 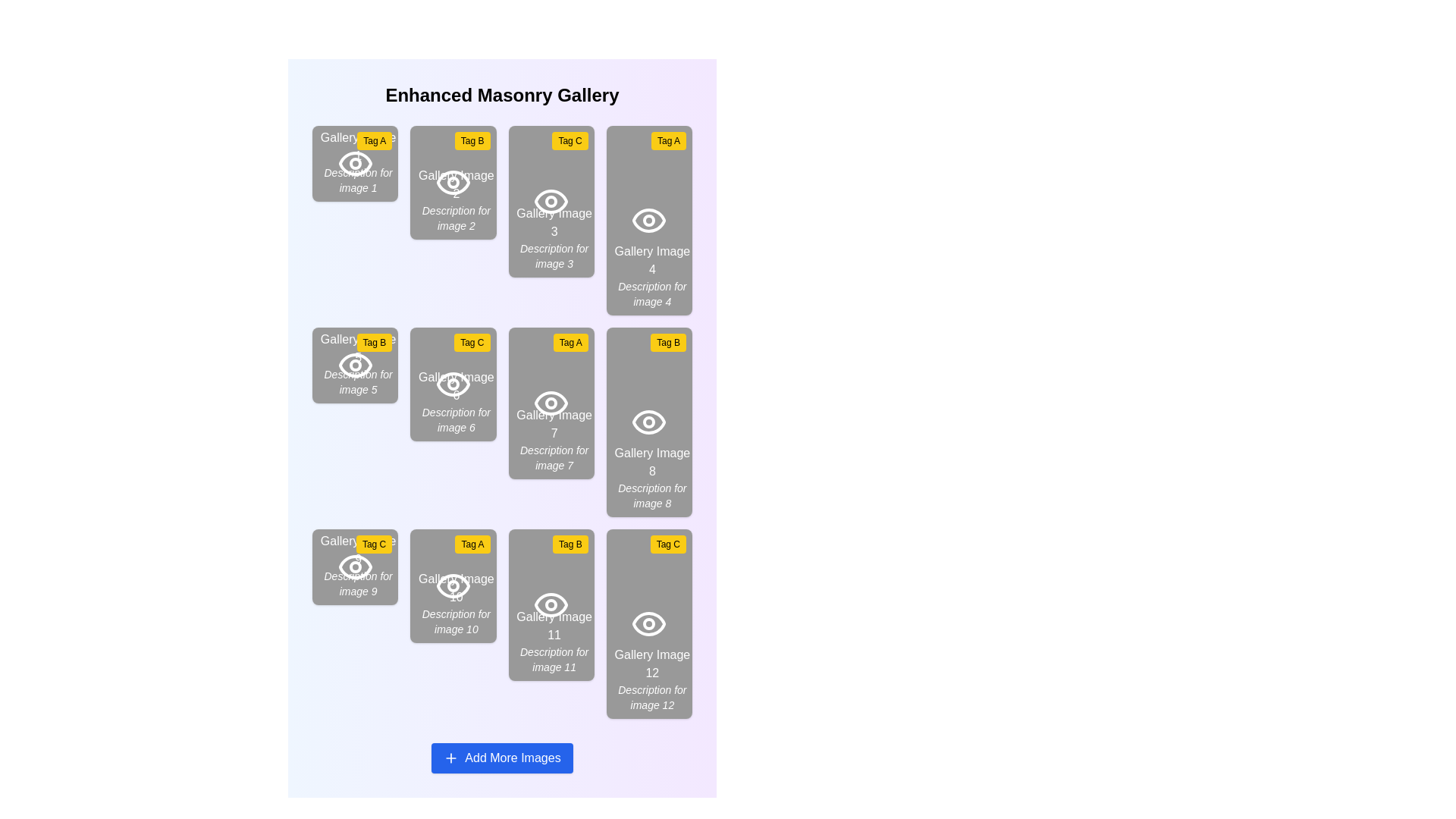 I want to click on the top-right tag badge of the gallery item card located in the third row, first column of the grid, so click(x=354, y=567).